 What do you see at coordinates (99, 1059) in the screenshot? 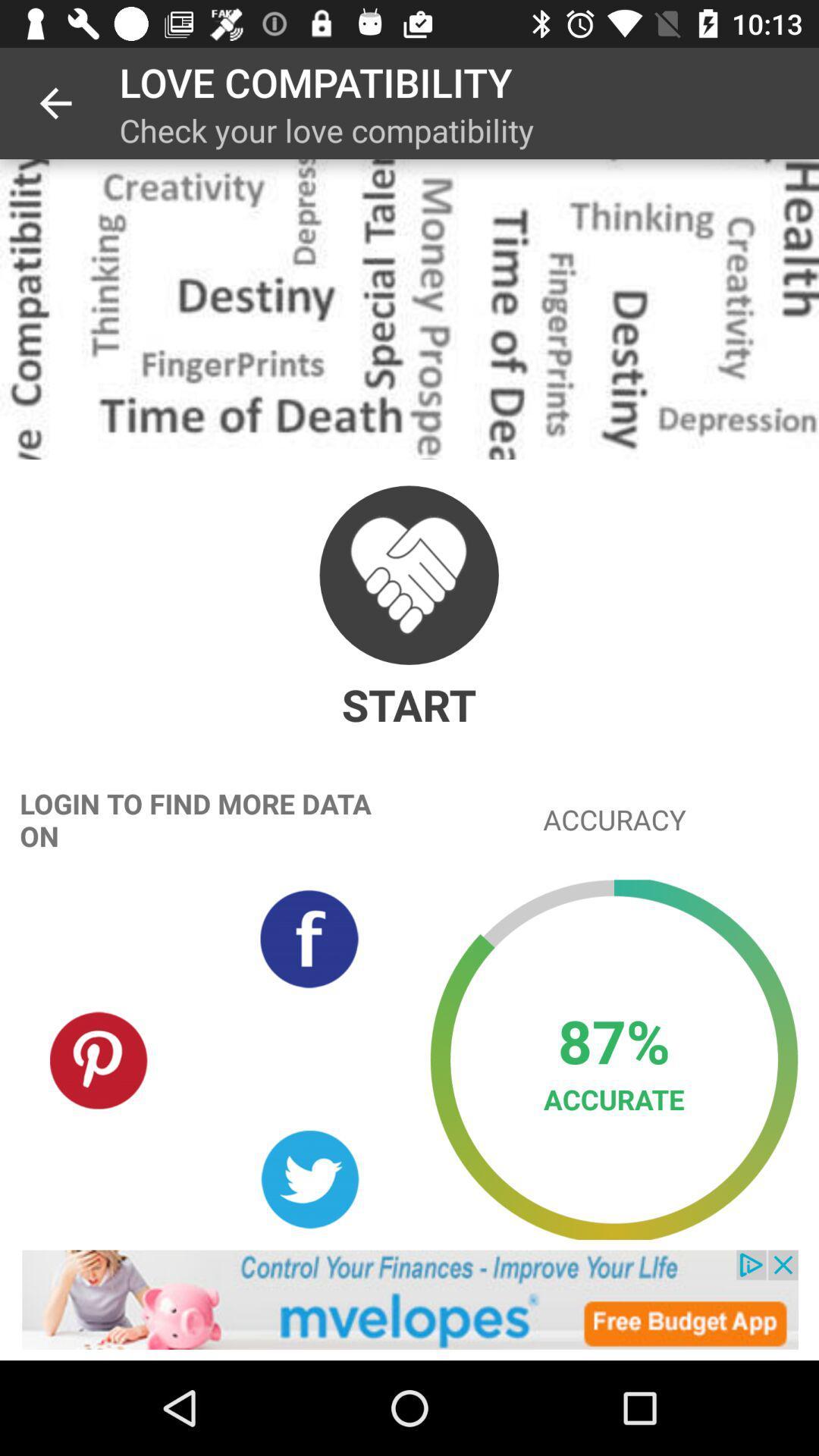
I see `share on pinterest` at bounding box center [99, 1059].